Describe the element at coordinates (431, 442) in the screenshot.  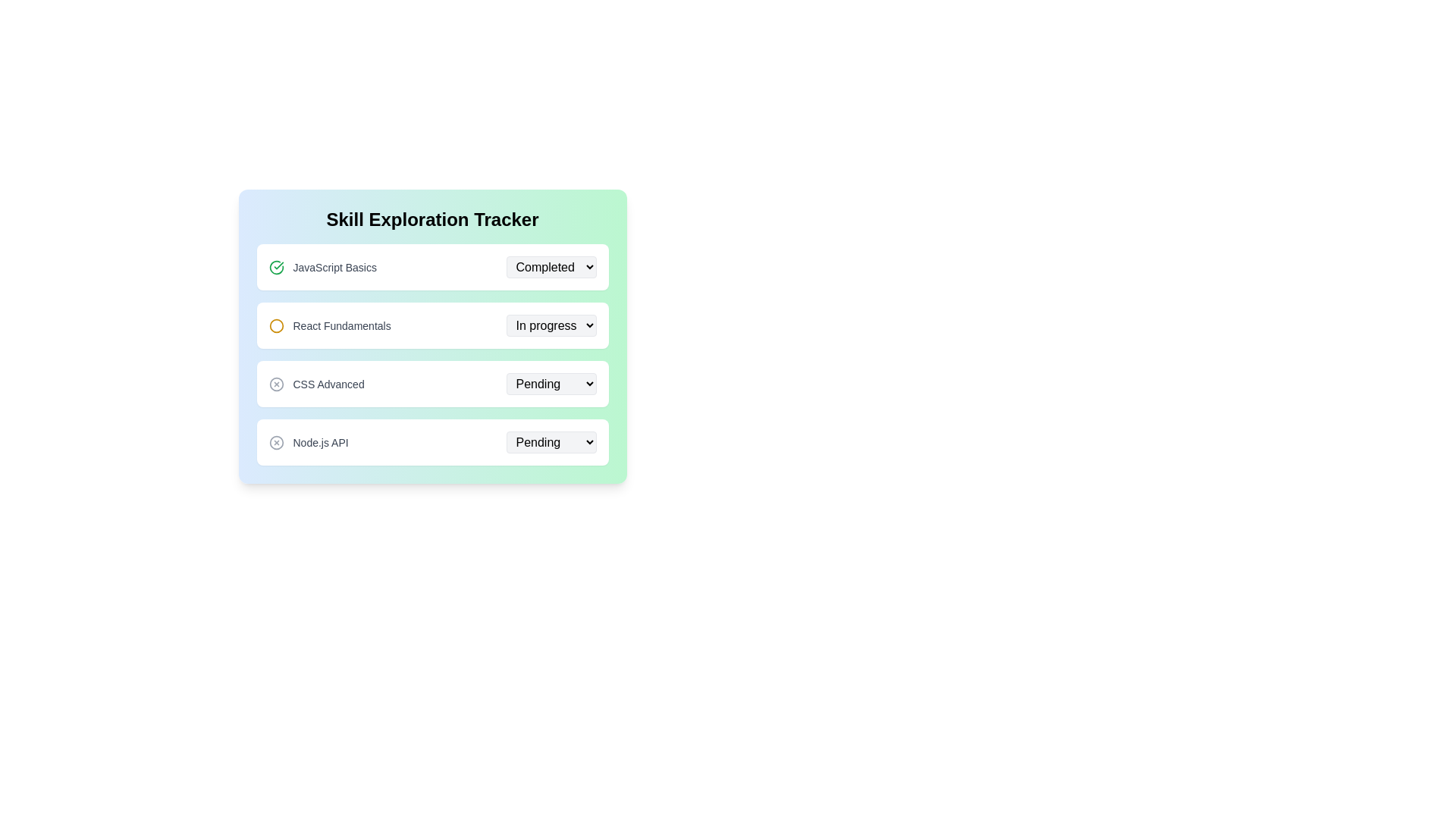
I see `the dropdown in the Task status row labeled 'Node.js API'` at that location.